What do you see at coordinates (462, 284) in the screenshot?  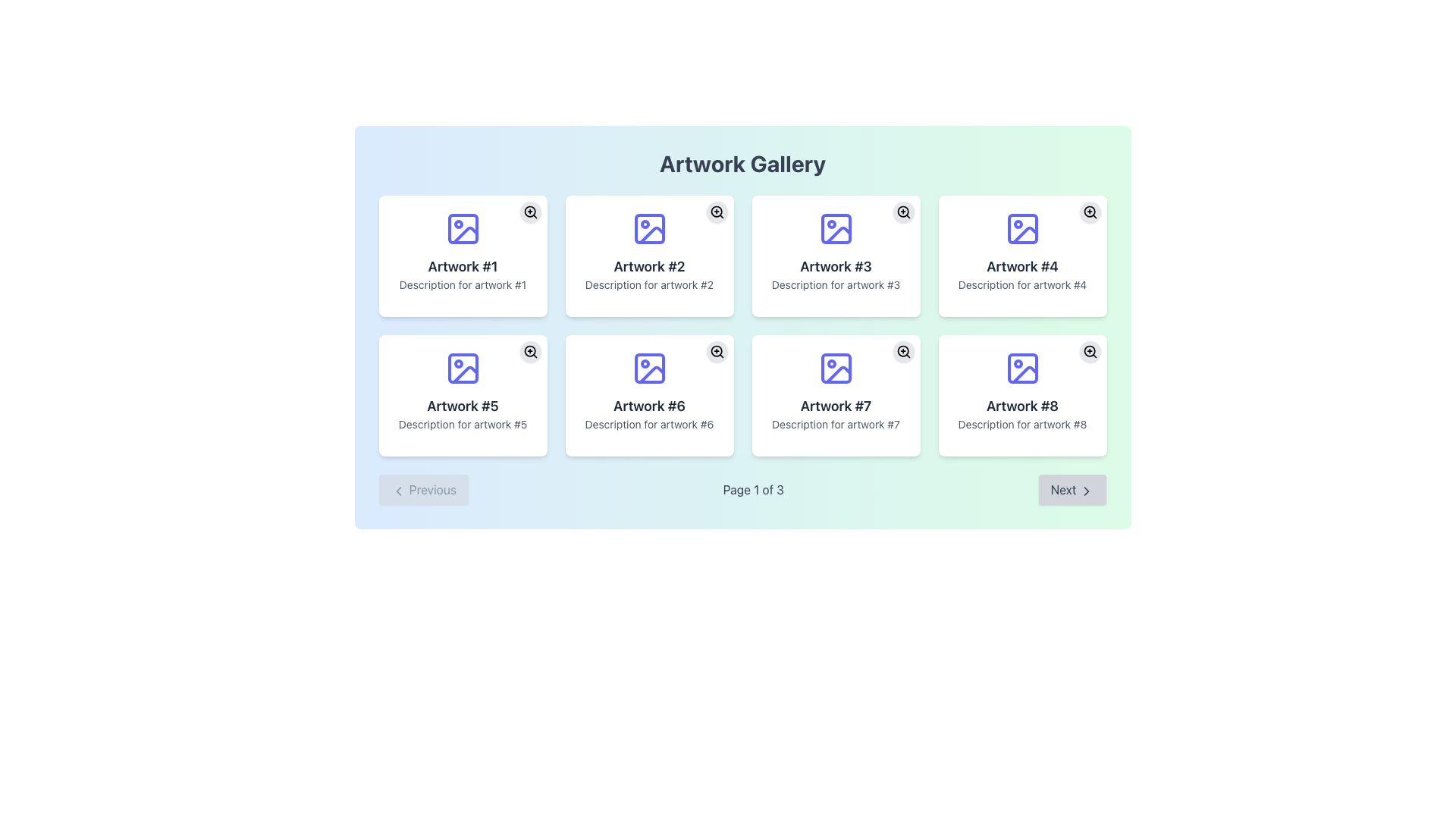 I see `descriptive text field located in the card labeled 'Artwork #1', positioned directly beneath the title 'Artwork #1'` at bounding box center [462, 284].